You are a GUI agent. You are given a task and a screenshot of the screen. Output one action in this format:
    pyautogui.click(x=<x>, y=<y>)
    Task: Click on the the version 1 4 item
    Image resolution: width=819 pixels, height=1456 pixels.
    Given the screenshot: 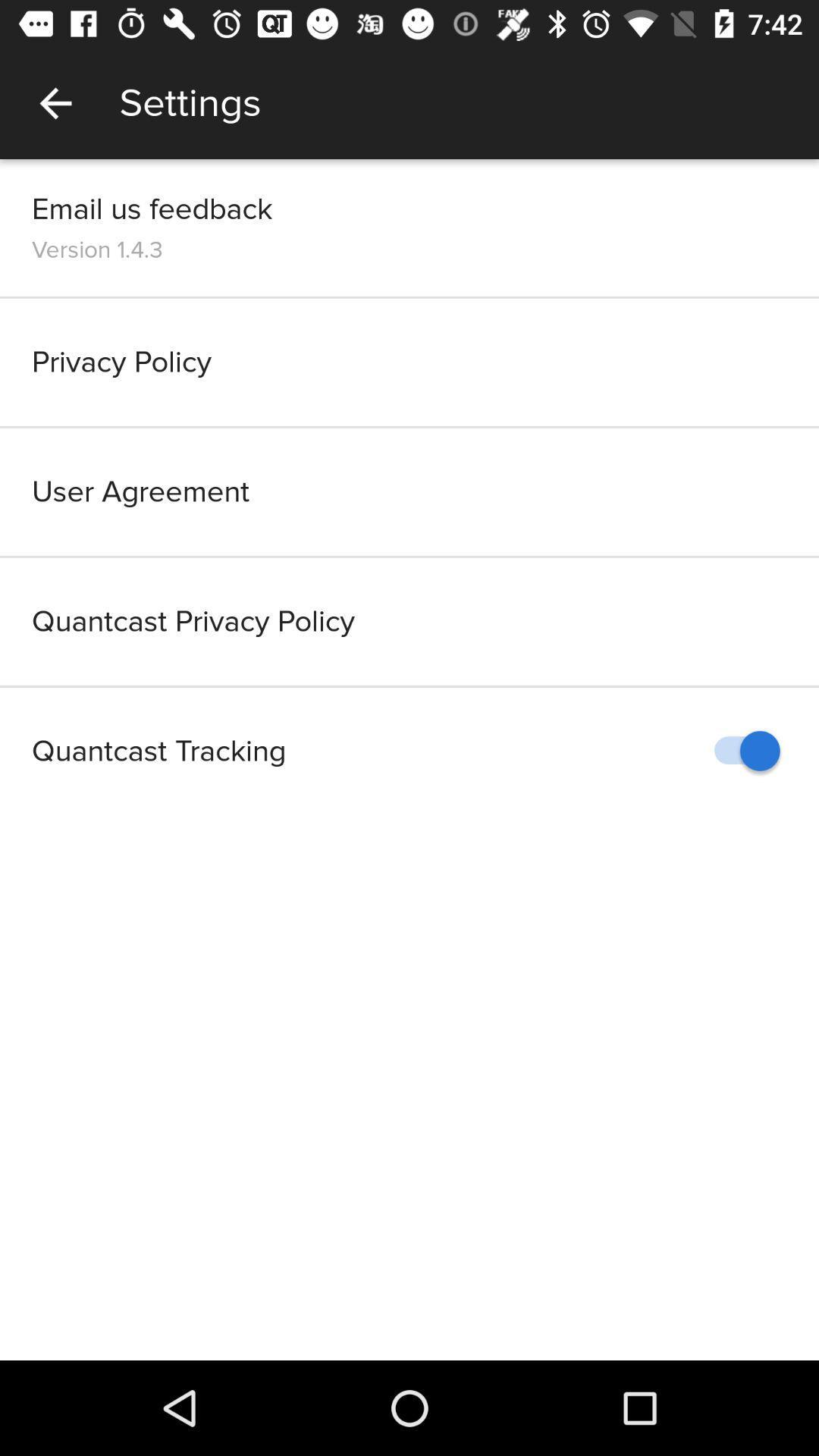 What is the action you would take?
    pyautogui.click(x=97, y=249)
    